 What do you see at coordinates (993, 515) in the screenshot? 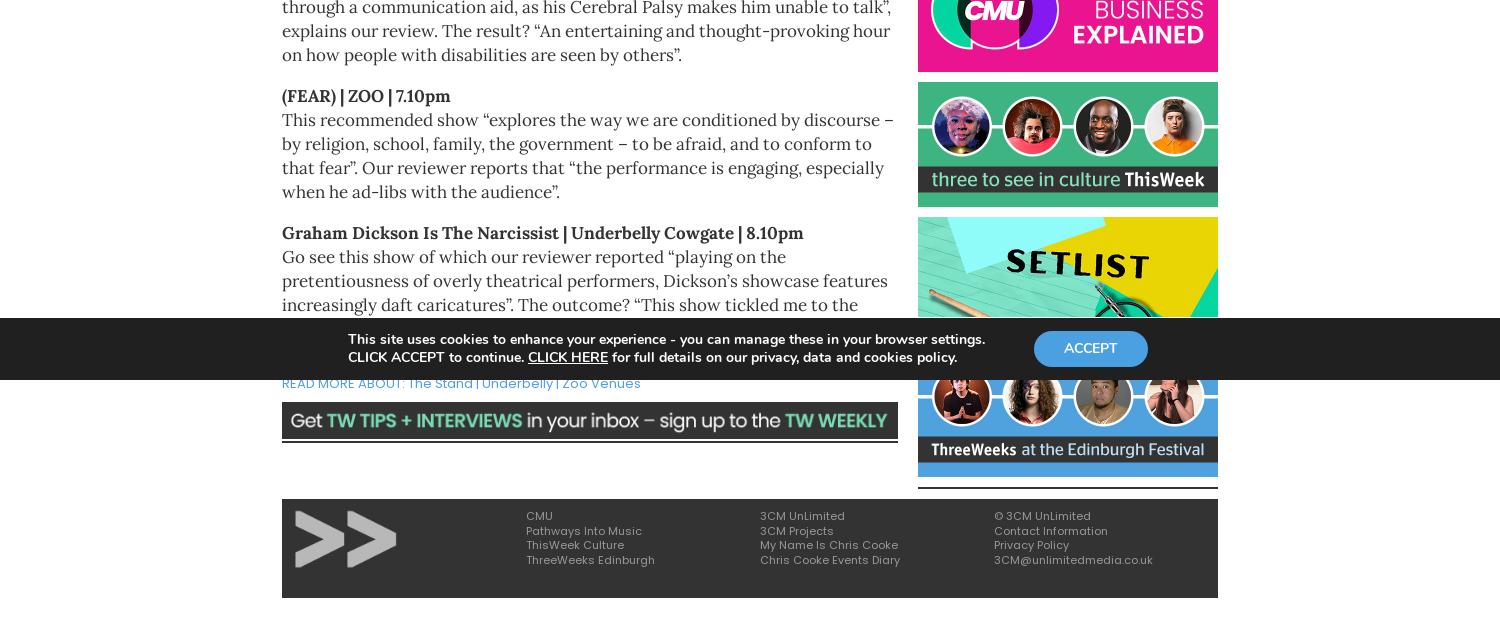
I see `'© 3CM UnLimited'` at bounding box center [993, 515].